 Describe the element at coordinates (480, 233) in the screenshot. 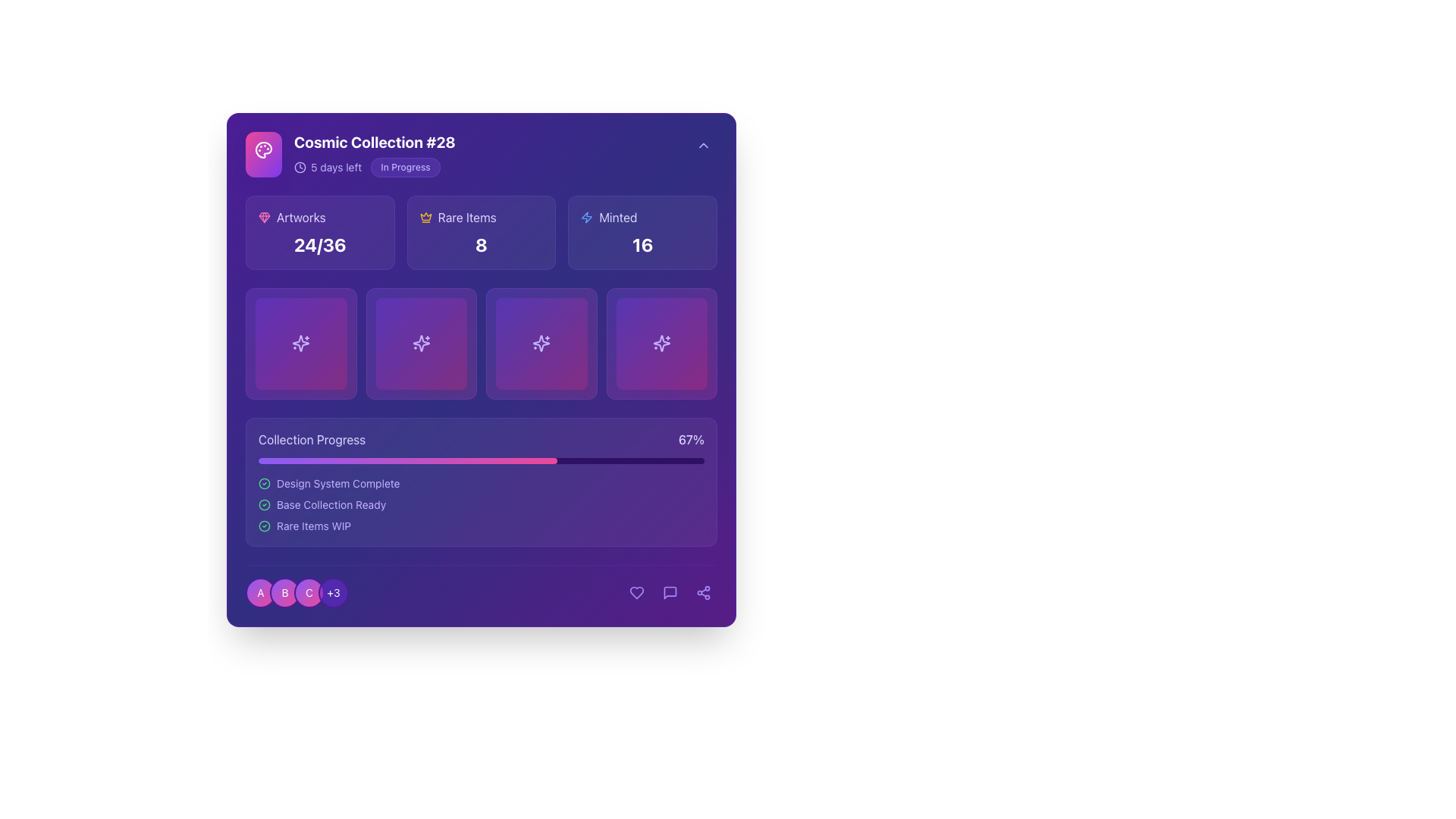

I see `the Information Card displaying 'Rare Items' with a crown icon, located in the center of the three horizontally aligned cards in the 'Collection Progress' section` at that location.